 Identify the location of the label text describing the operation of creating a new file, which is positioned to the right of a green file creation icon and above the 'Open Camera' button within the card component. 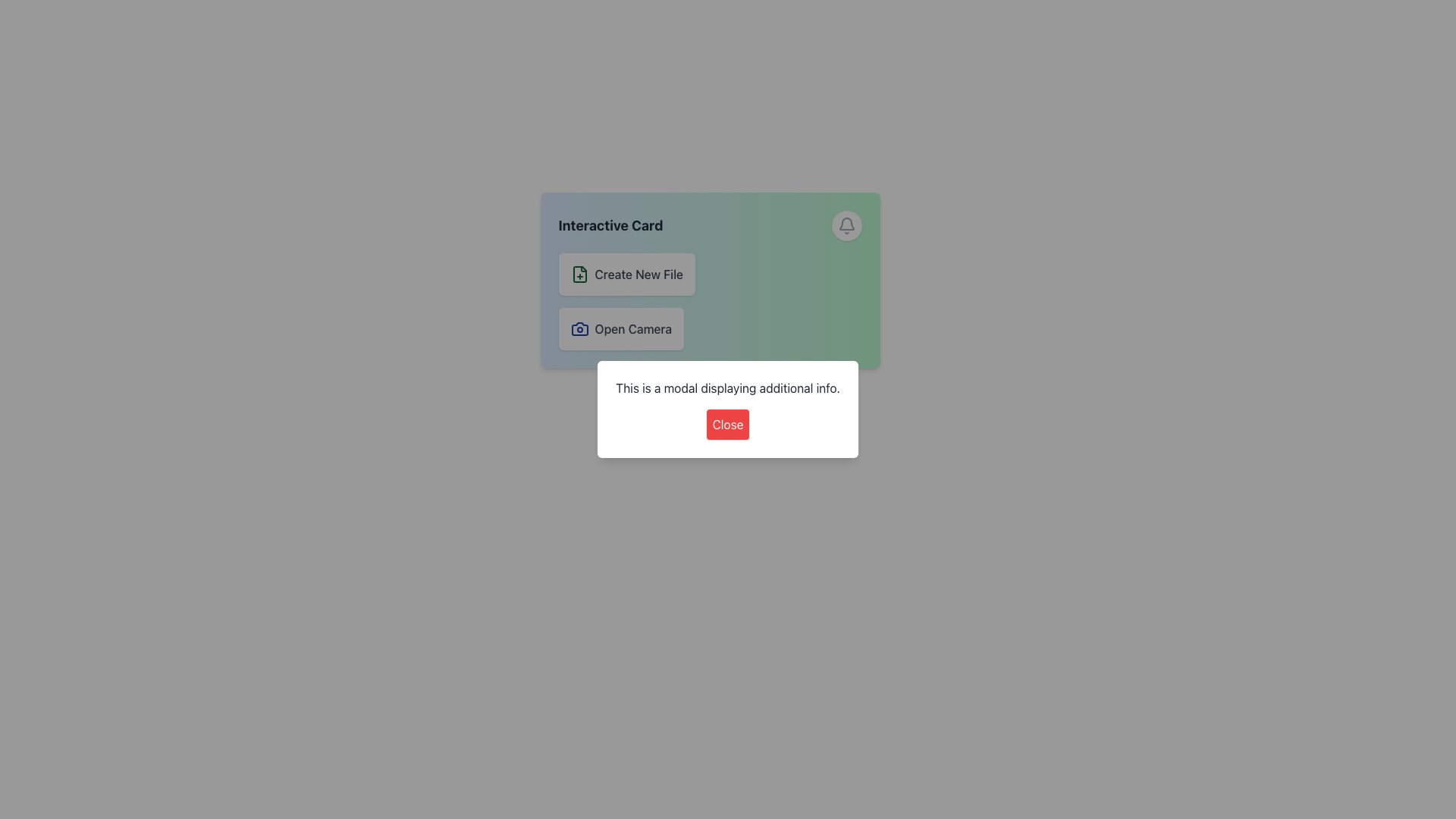
(639, 275).